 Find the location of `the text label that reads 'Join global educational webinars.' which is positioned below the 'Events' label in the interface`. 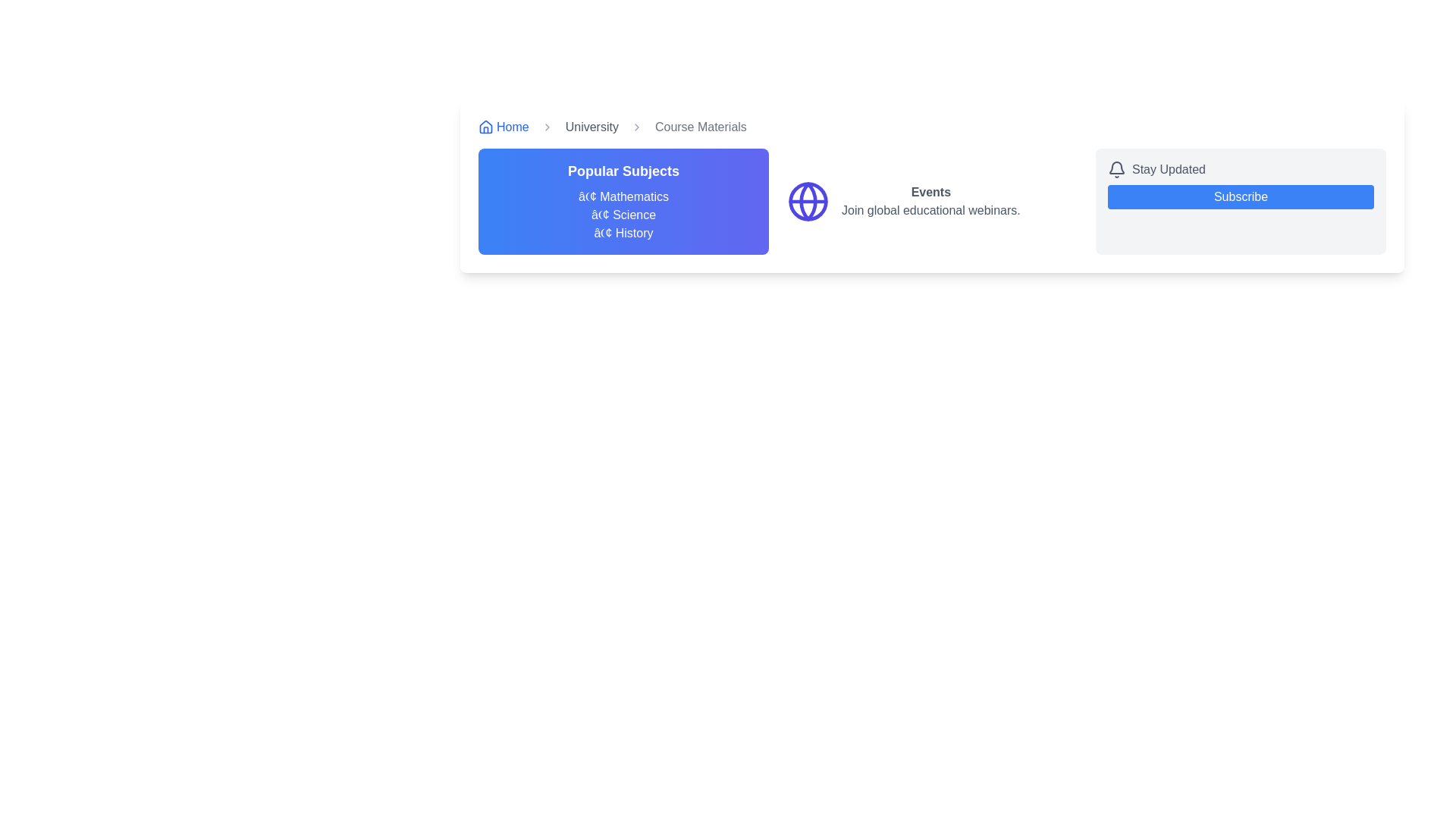

the text label that reads 'Join global educational webinars.' which is positioned below the 'Events' label in the interface is located at coordinates (930, 210).